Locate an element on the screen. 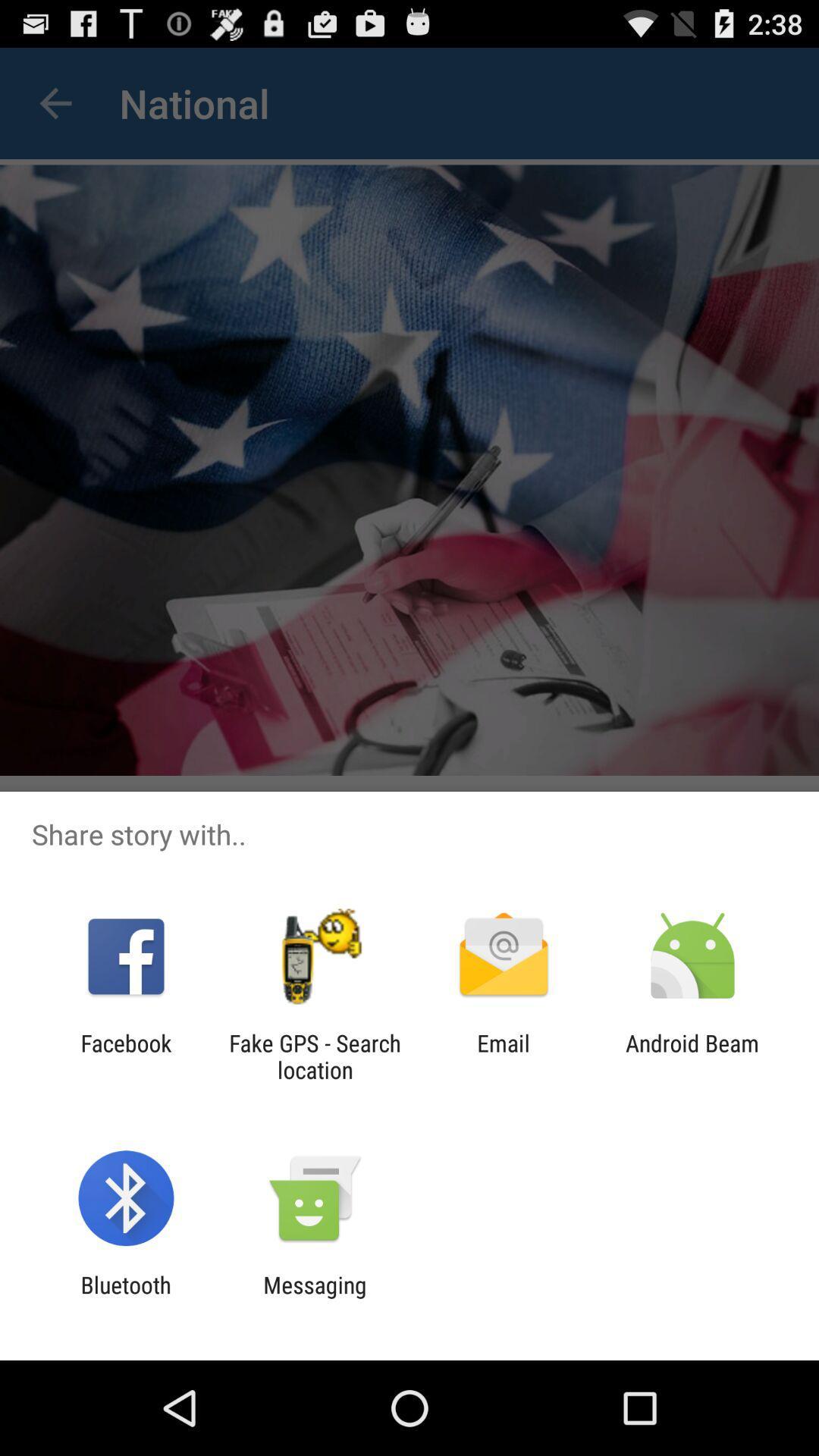 The width and height of the screenshot is (819, 1456). item to the left of fake gps search item is located at coordinates (125, 1056).